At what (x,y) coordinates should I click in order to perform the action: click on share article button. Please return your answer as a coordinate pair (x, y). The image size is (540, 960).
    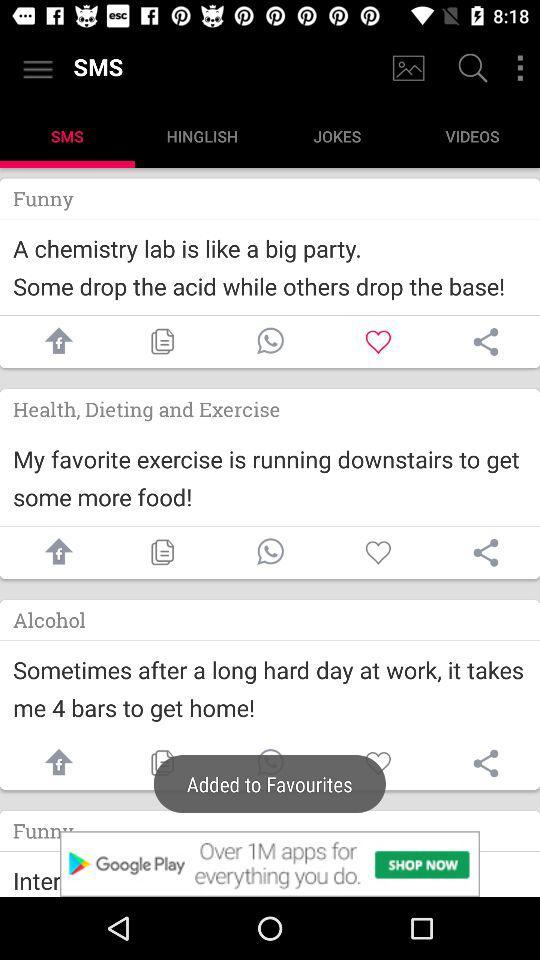
    Looking at the image, I should click on (485, 552).